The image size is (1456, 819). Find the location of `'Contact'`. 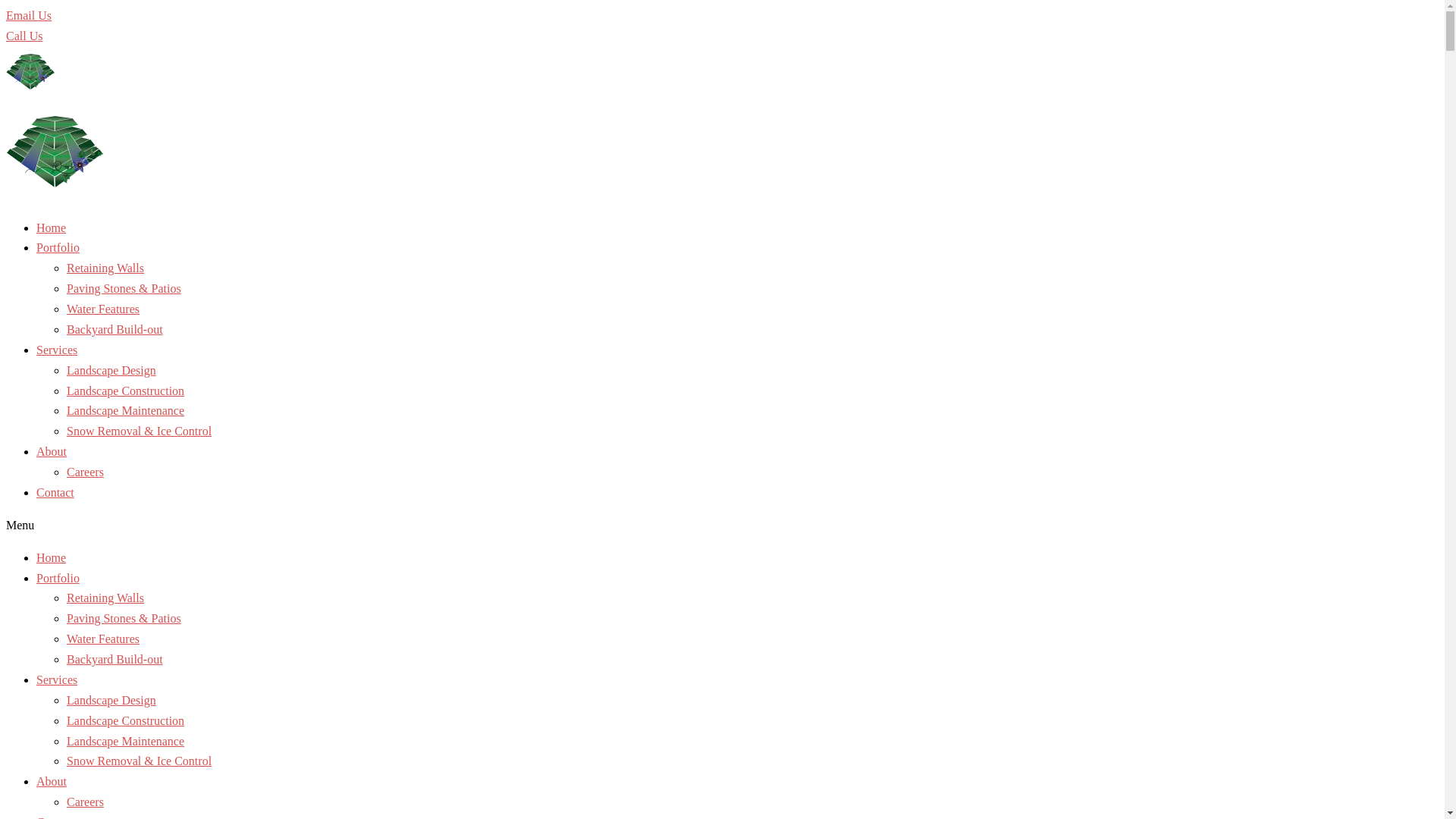

'Contact' is located at coordinates (36, 492).